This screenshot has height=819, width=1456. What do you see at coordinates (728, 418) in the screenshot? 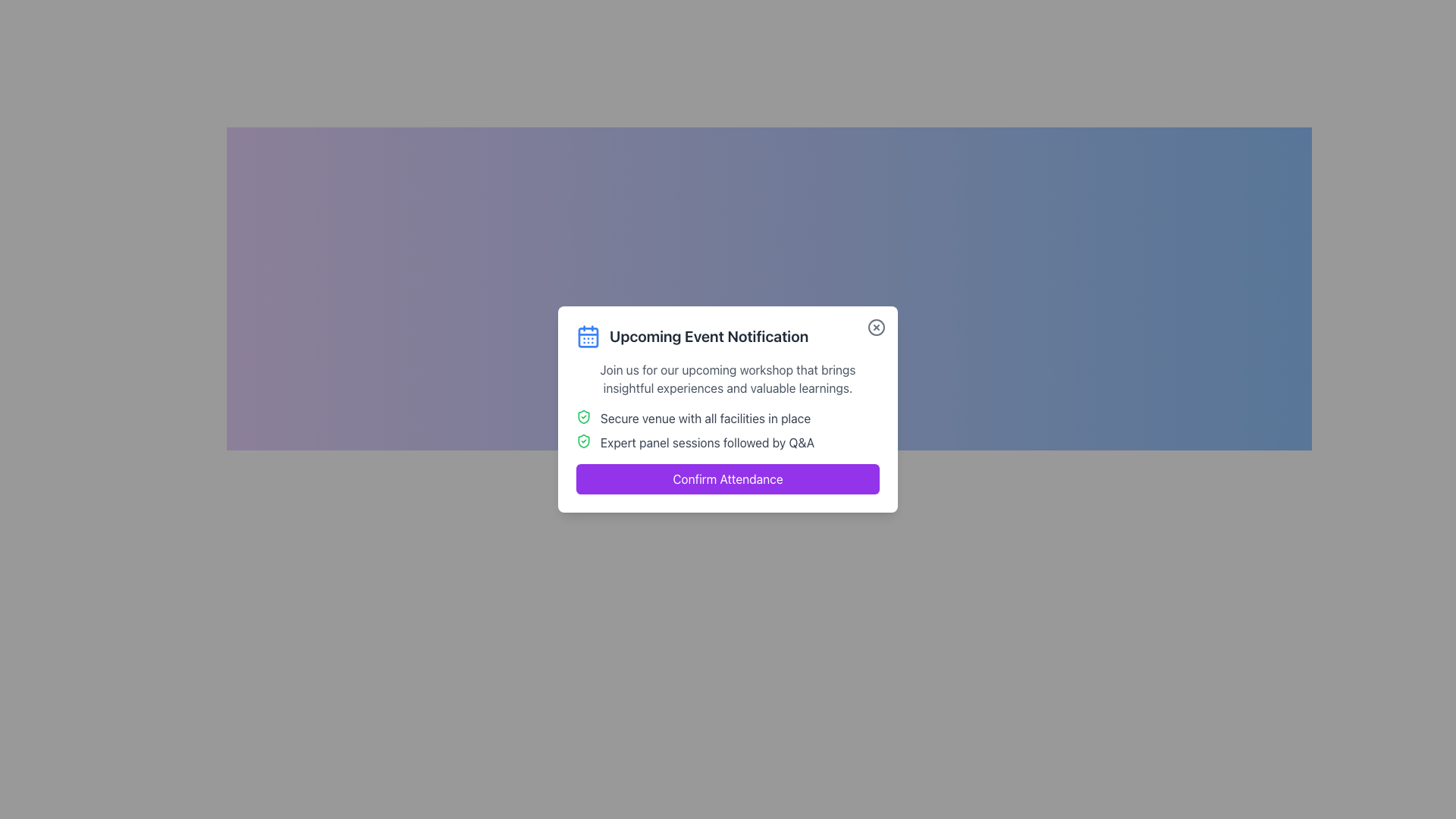
I see `the informational list item displaying the text 'Secure venue with all facilities in place,' which includes a green shield icon with a checkmark, located within the 'Upcoming Event Notification' card` at bounding box center [728, 418].